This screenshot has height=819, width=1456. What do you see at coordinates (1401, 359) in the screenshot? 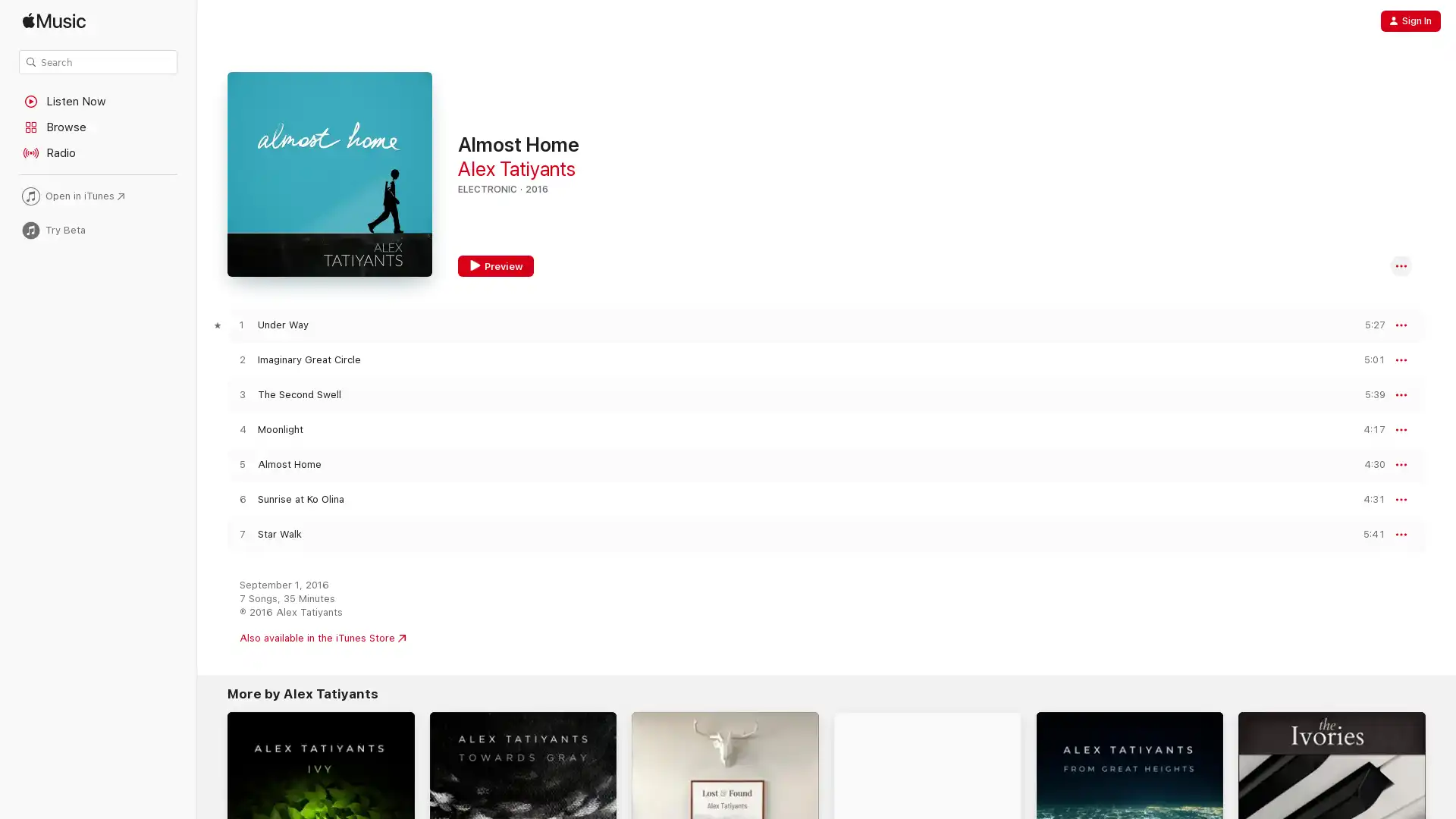
I see `More` at bounding box center [1401, 359].